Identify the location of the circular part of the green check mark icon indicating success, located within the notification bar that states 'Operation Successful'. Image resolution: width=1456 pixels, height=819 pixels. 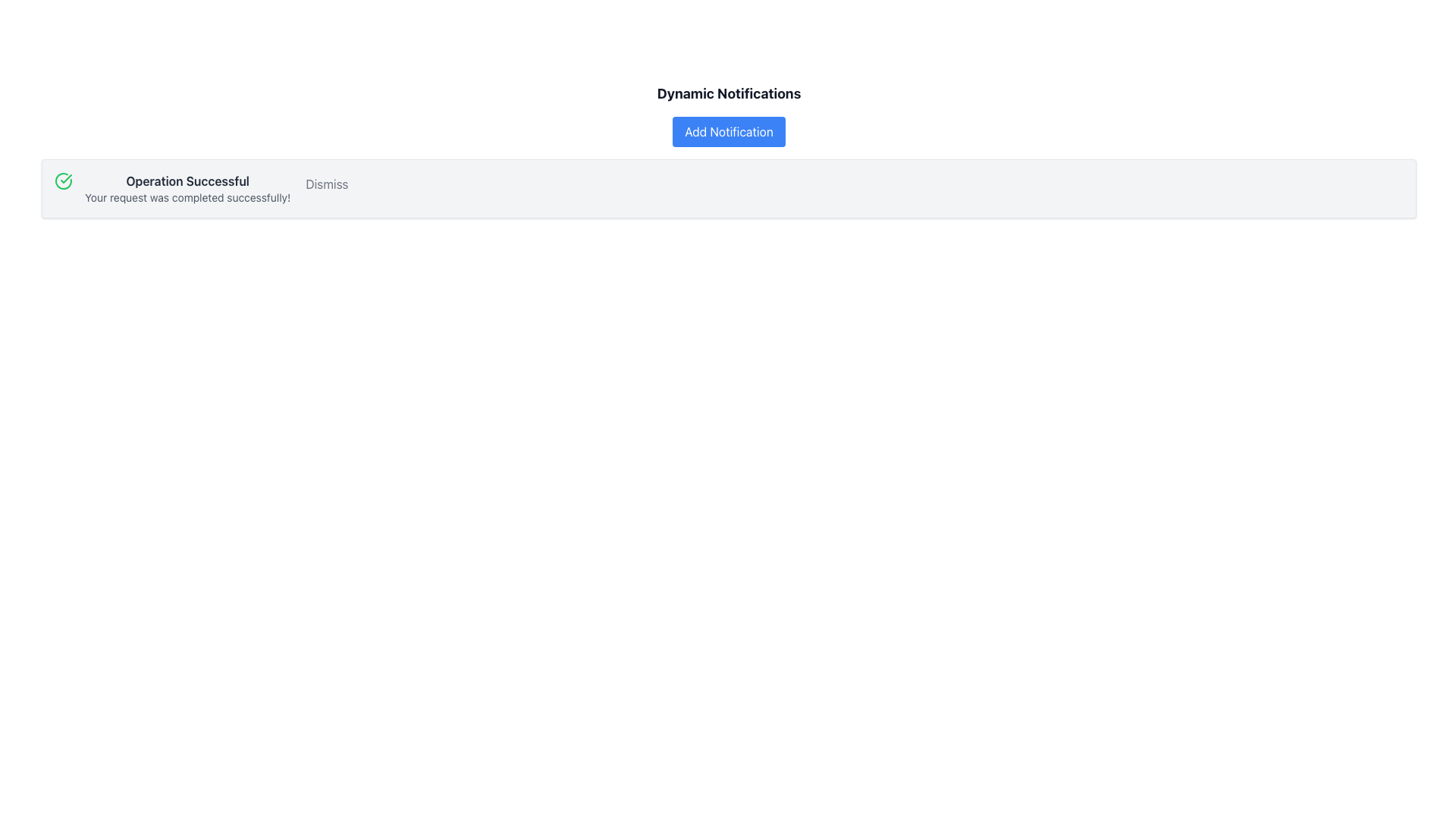
(62, 180).